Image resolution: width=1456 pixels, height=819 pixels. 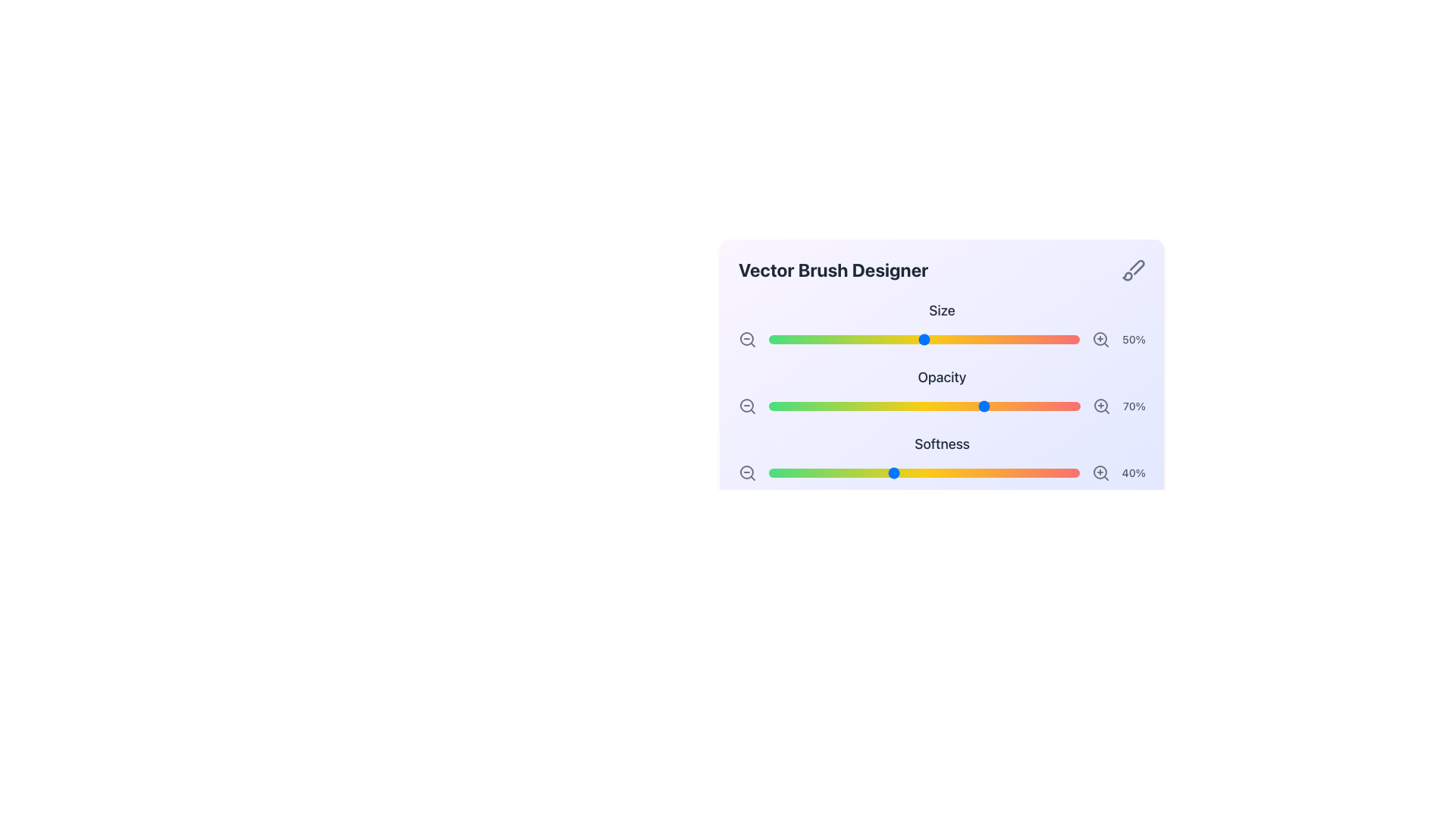 What do you see at coordinates (858, 472) in the screenshot?
I see `the softness level` at bounding box center [858, 472].